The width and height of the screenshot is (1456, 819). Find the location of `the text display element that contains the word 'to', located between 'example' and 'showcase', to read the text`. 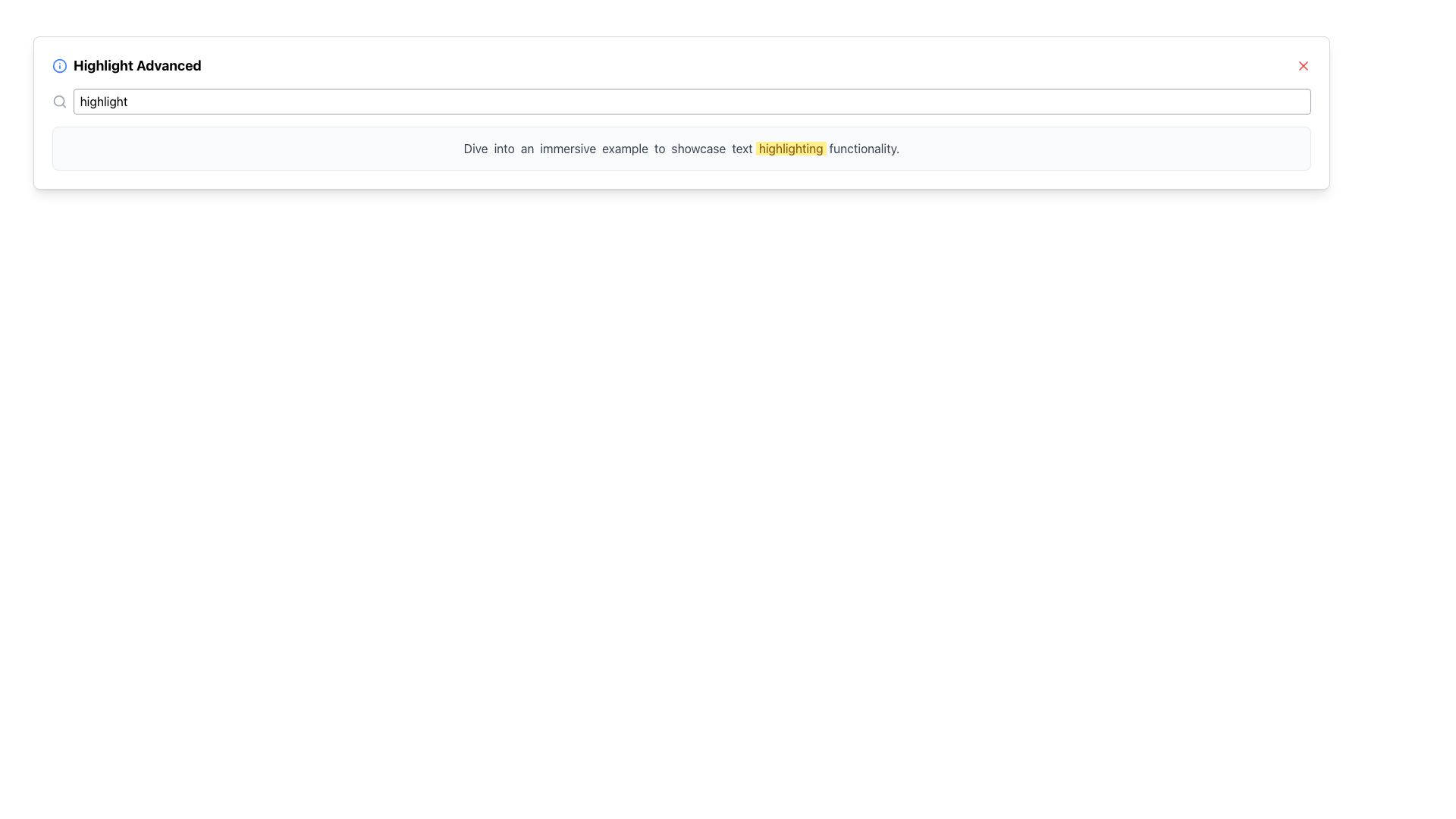

the text display element that contains the word 'to', located between 'example' and 'showcase', to read the text is located at coordinates (660, 149).